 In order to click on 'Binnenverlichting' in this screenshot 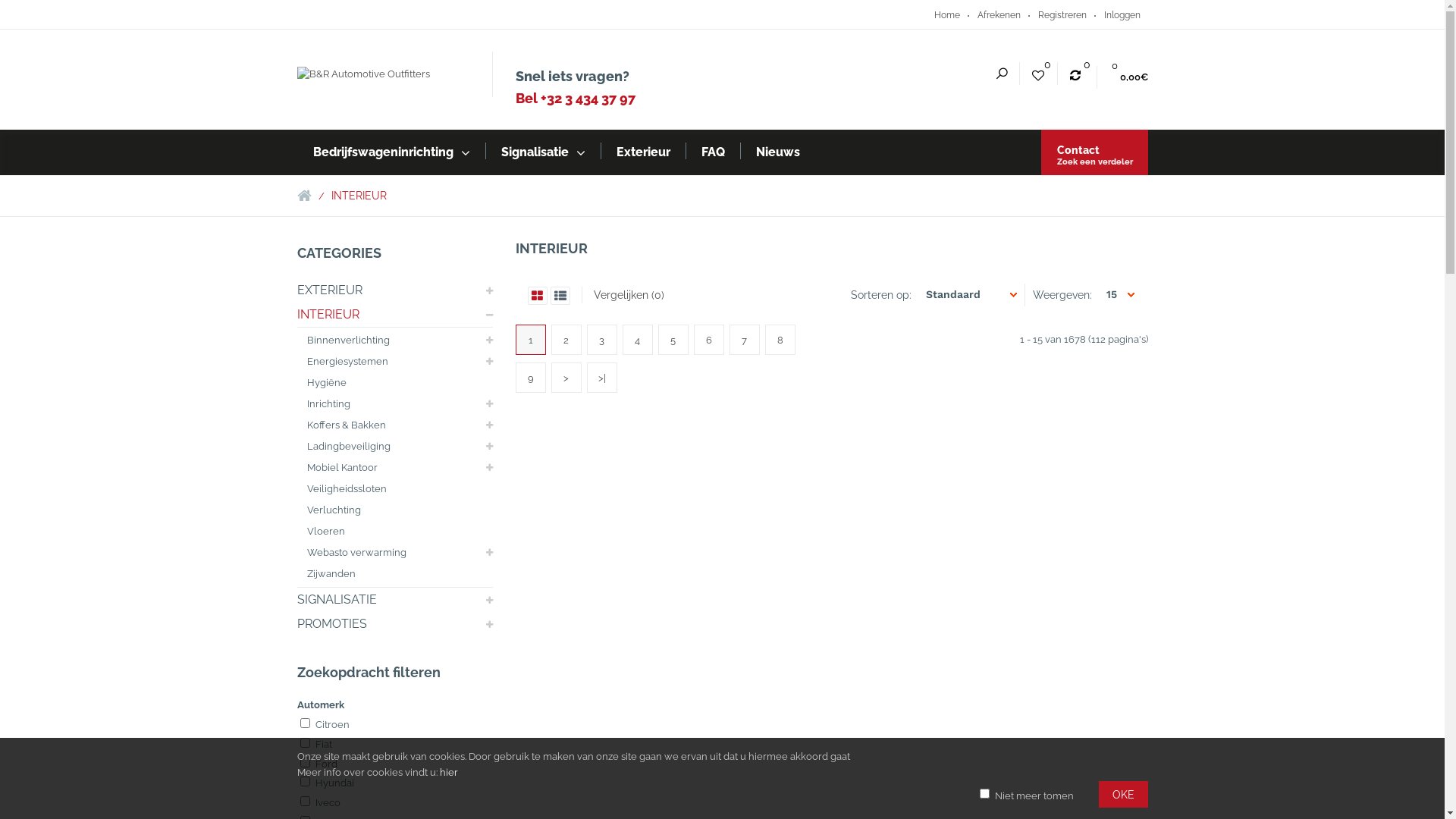, I will do `click(347, 339)`.